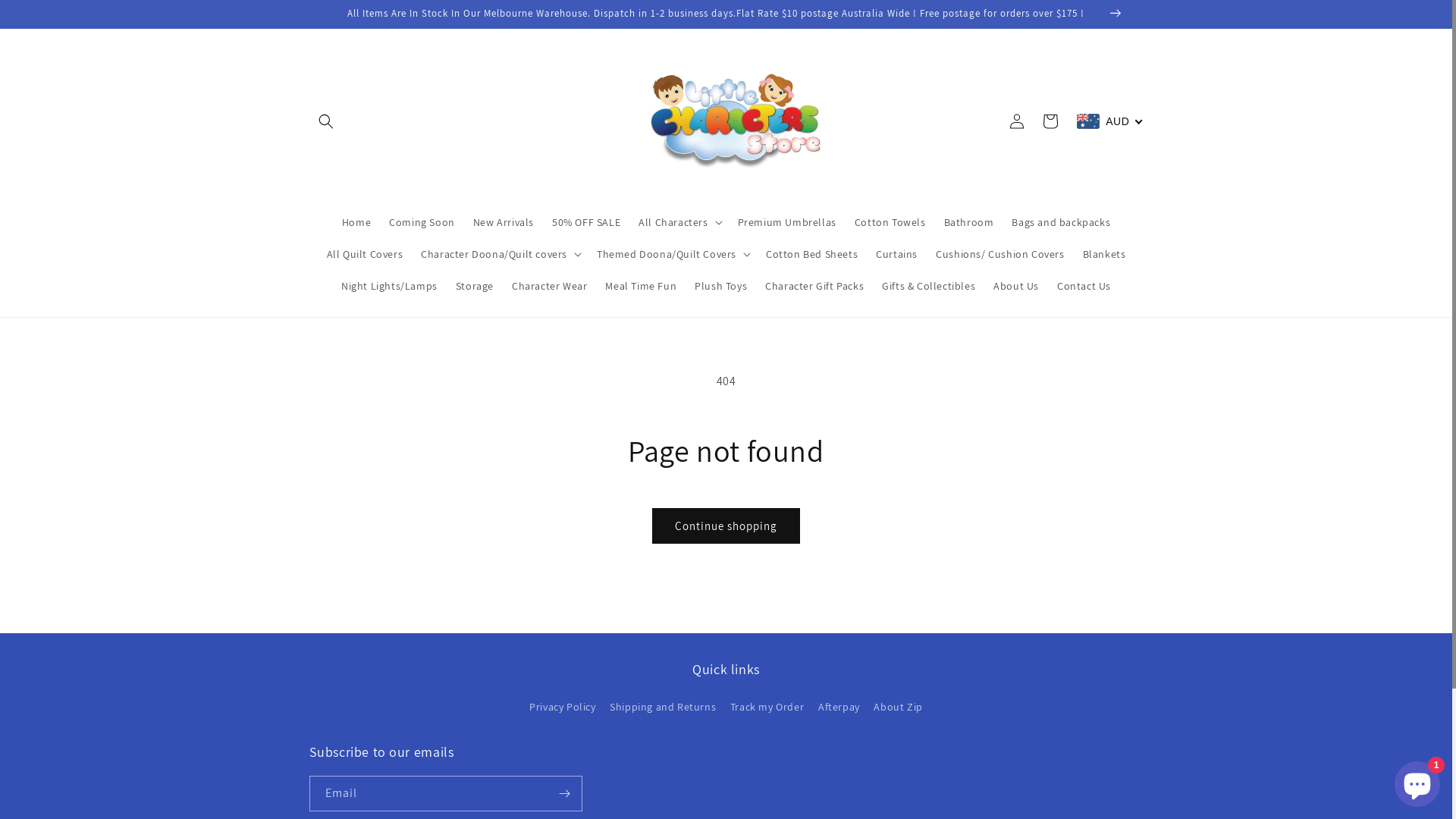  I want to click on 'Bathroom', so click(968, 222).